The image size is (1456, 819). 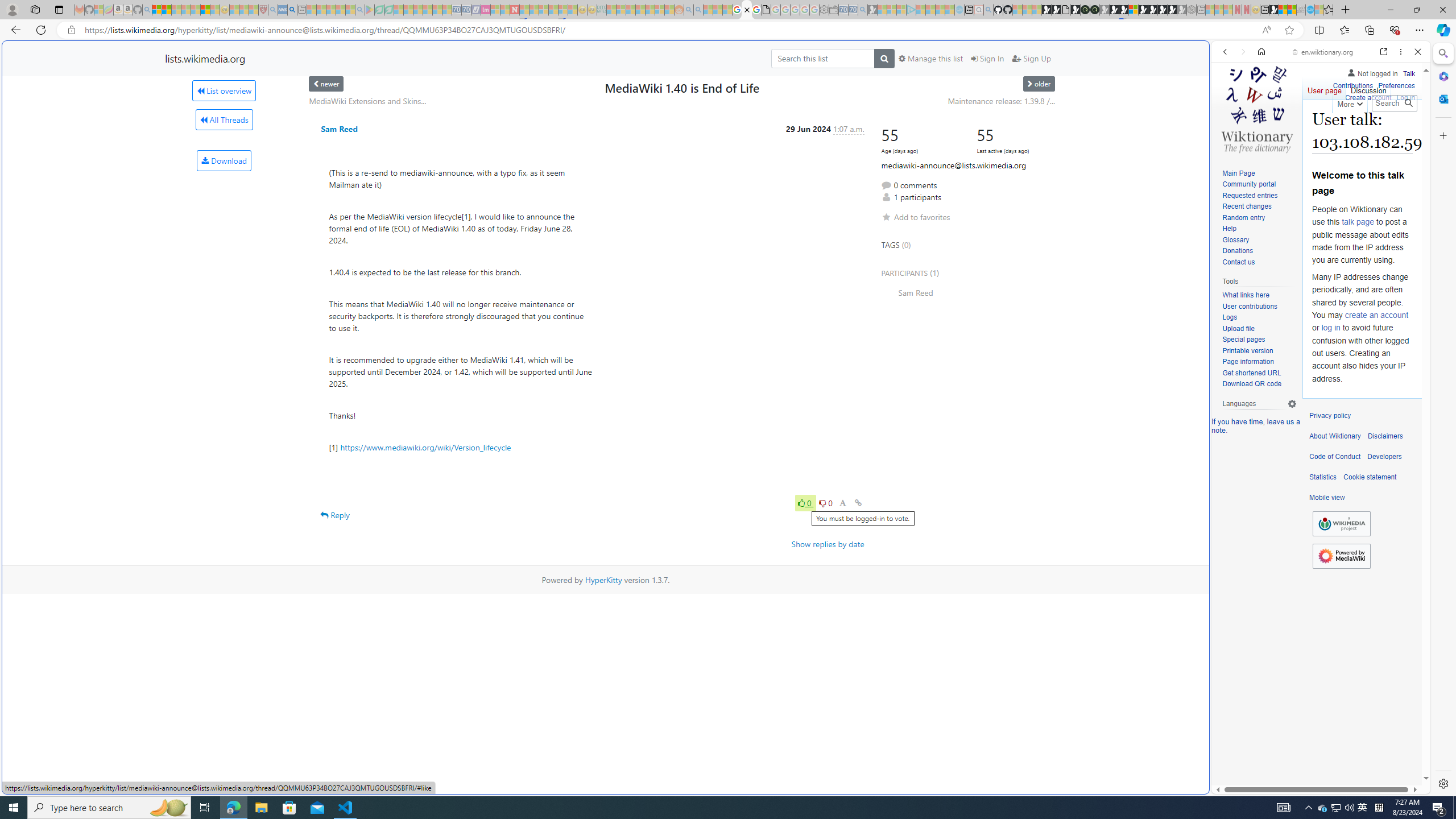 What do you see at coordinates (1322, 477) in the screenshot?
I see `'Statistics'` at bounding box center [1322, 477].